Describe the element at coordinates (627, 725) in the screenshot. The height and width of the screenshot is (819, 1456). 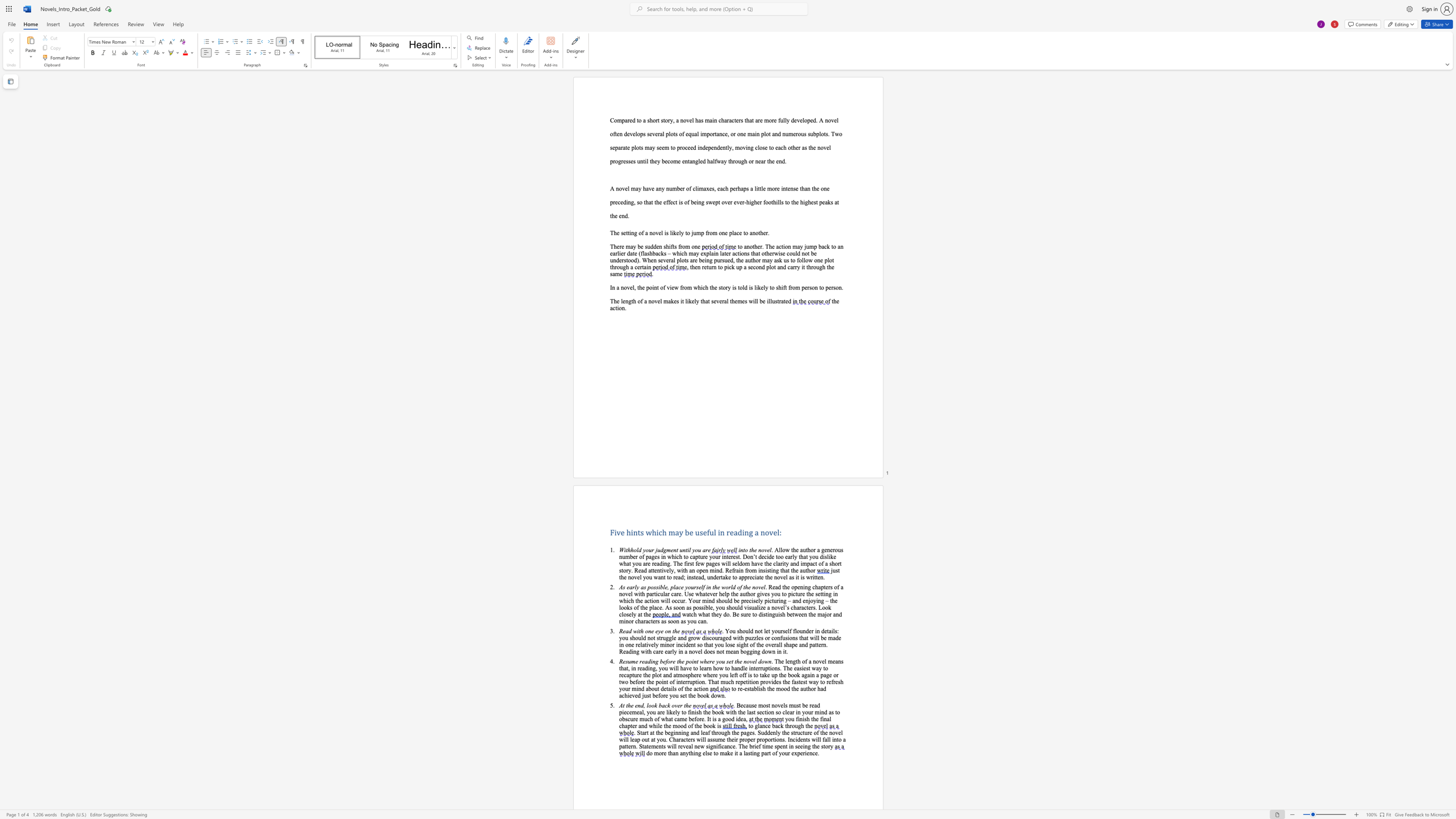
I see `the subset text "pt" within the text "final chapter"` at that location.